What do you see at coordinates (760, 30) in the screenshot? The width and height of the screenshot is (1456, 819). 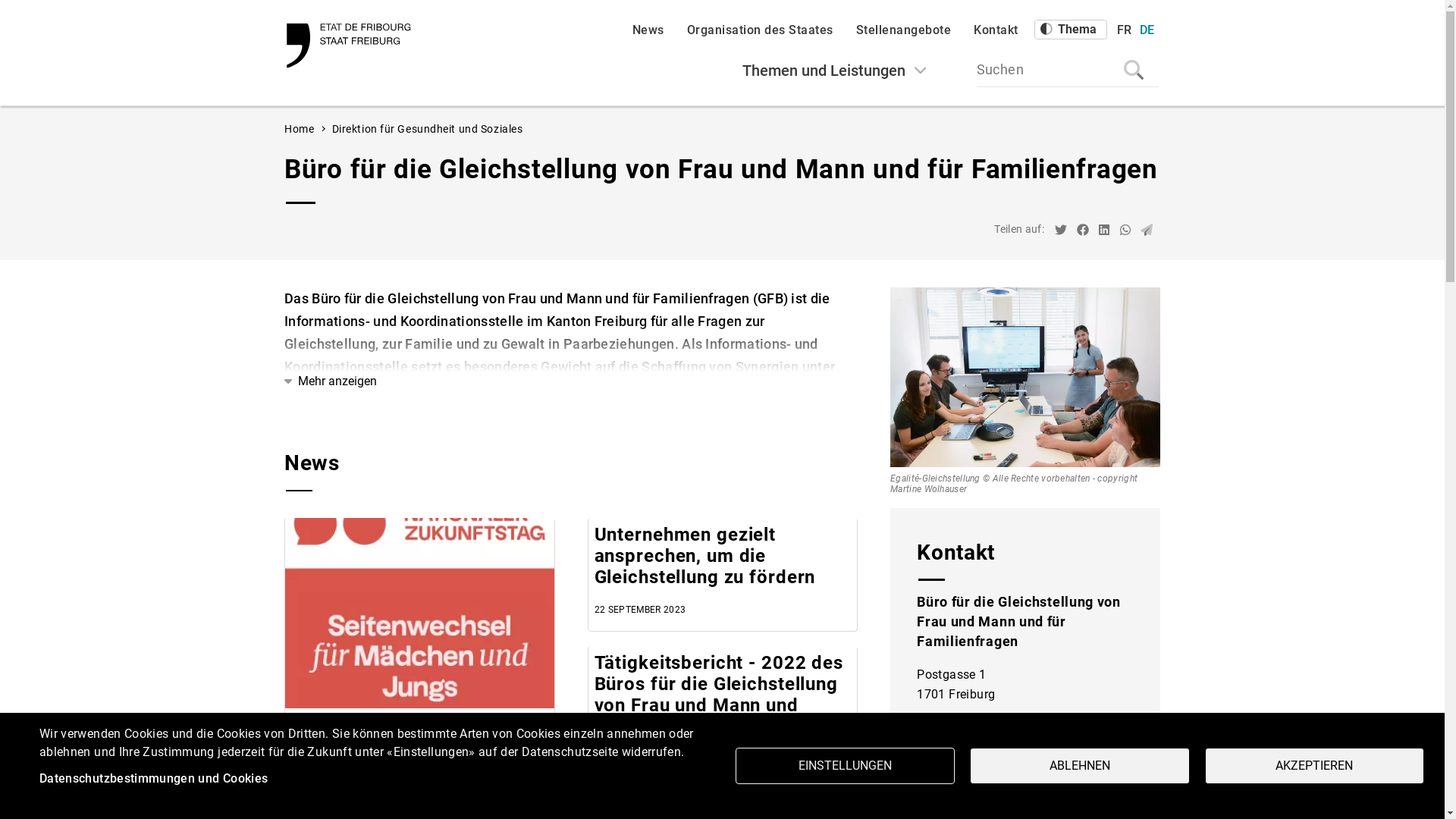 I see `'Organisation des Staates'` at bounding box center [760, 30].